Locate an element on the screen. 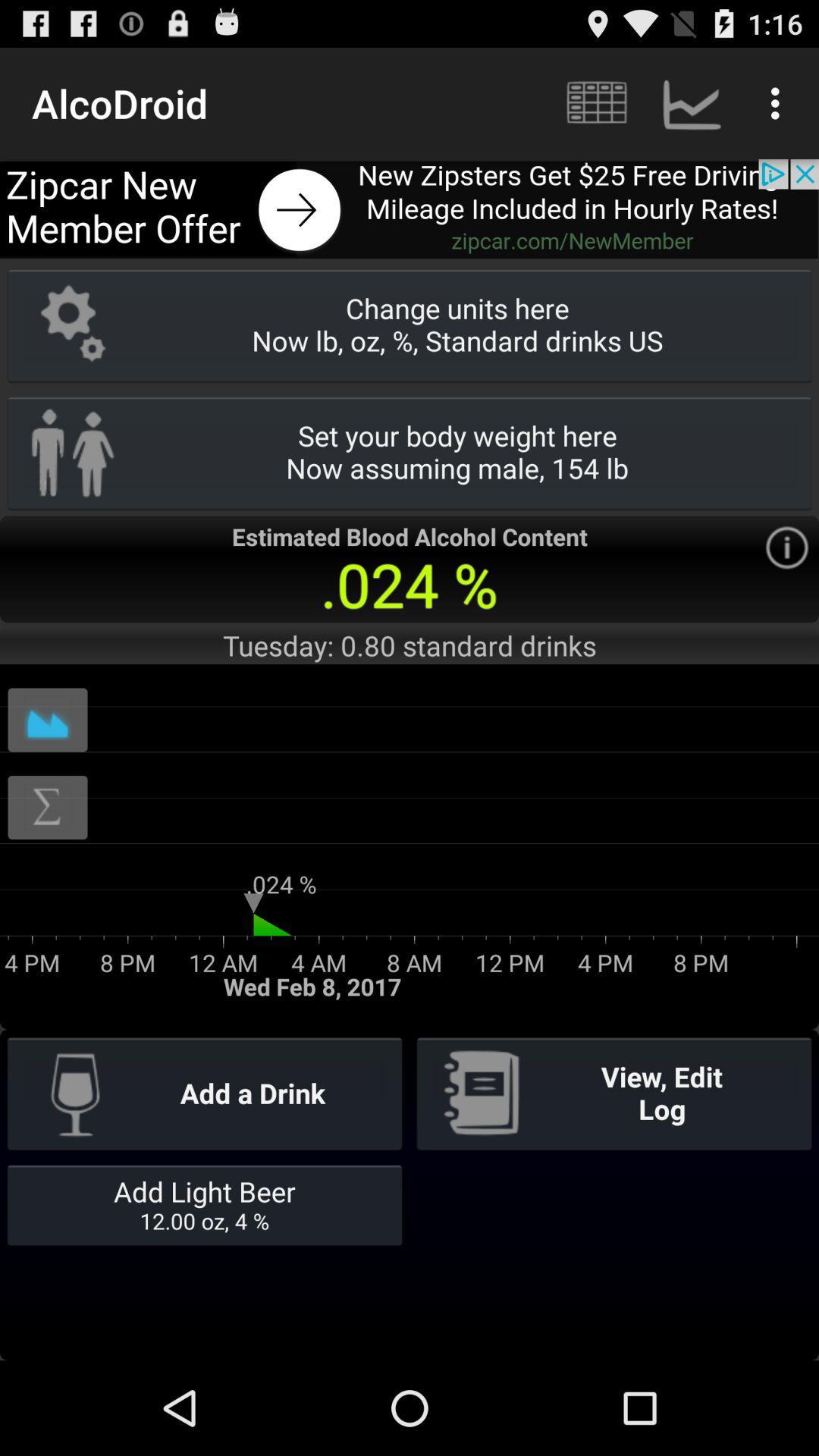 The width and height of the screenshot is (819, 1456). open advertisement is located at coordinates (409, 208).